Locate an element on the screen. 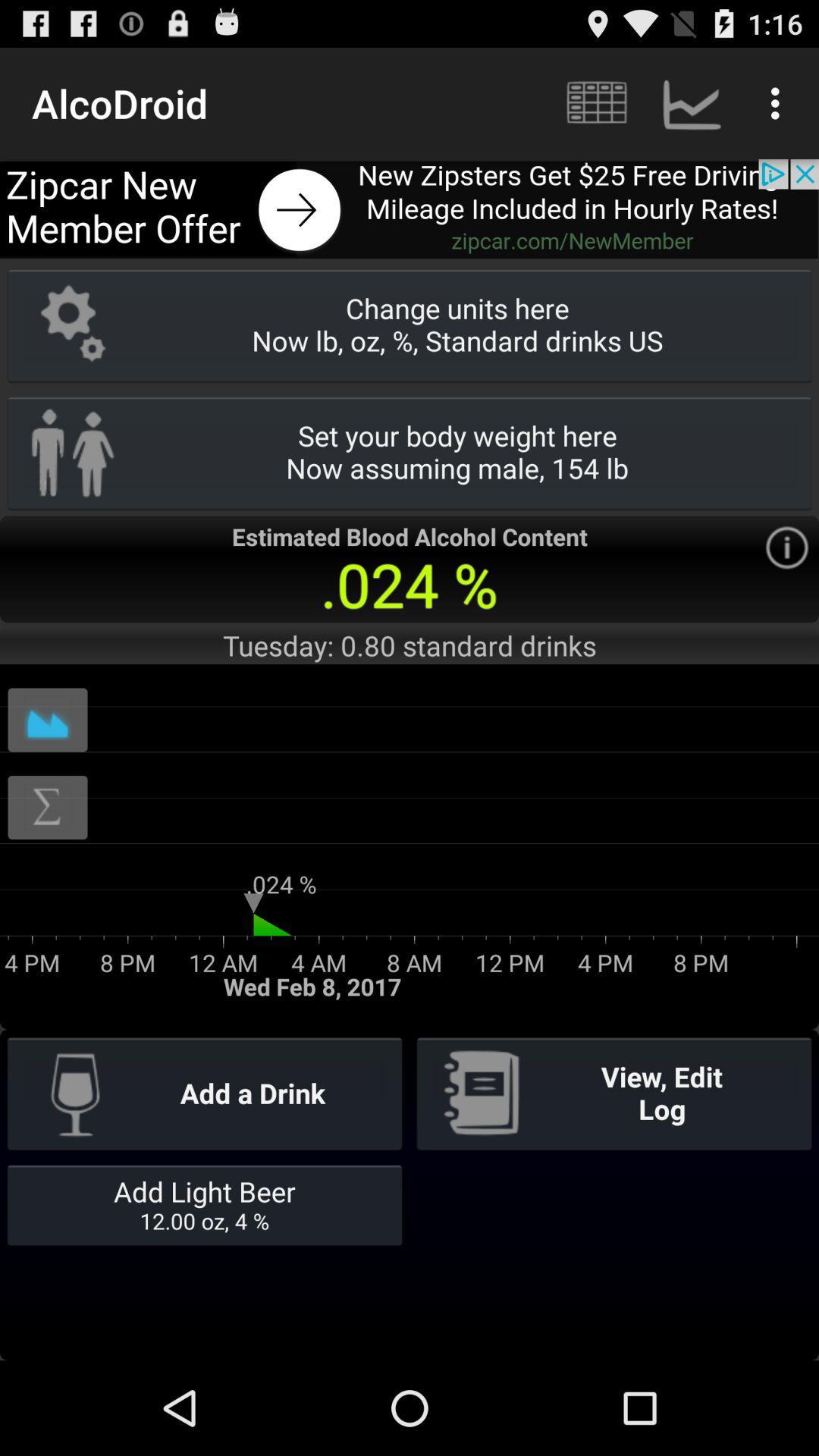 The width and height of the screenshot is (819, 1456). open advertisement is located at coordinates (409, 208).